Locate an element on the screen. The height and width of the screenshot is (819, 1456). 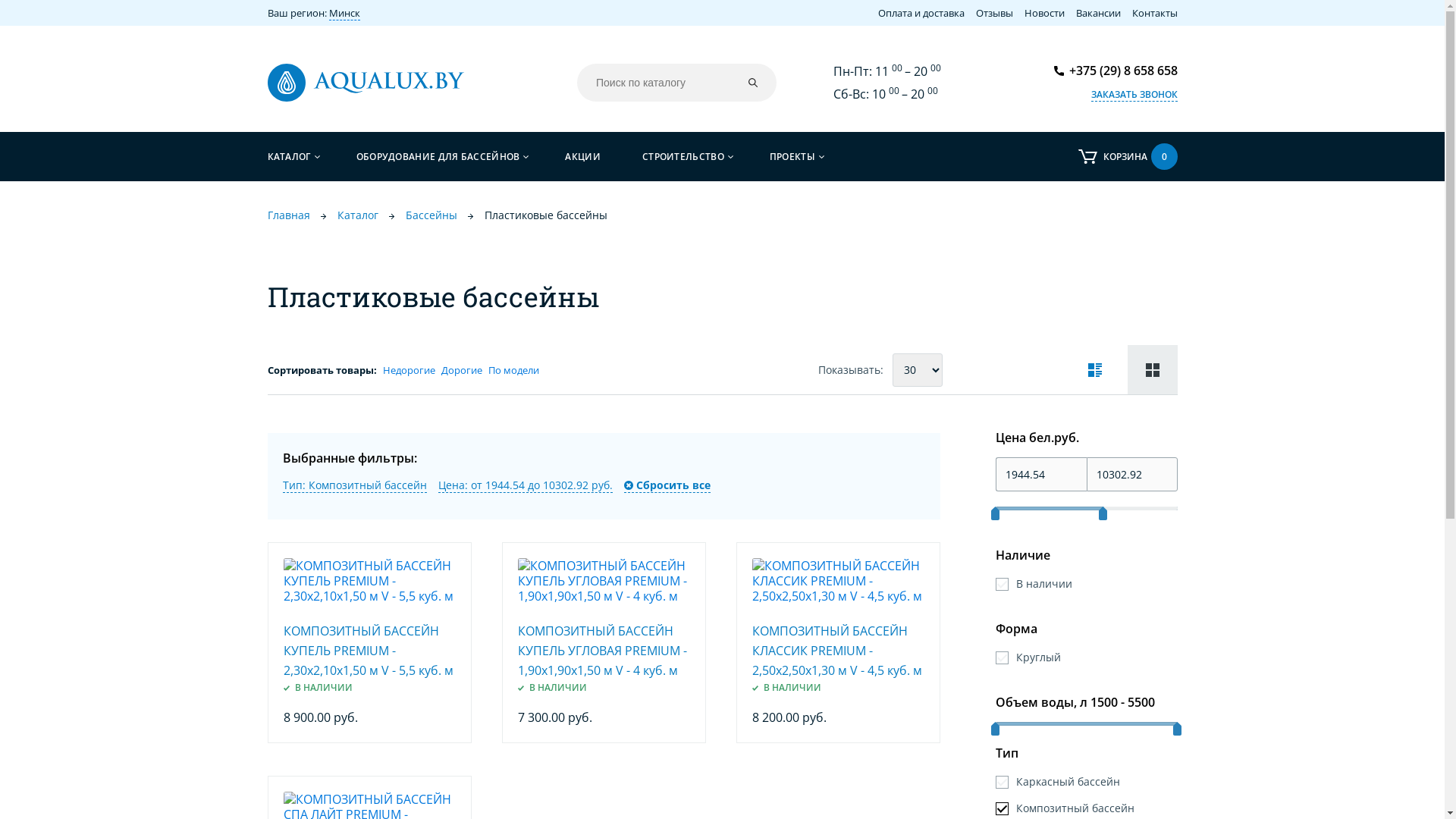
'+375 (29) 8 658 658' is located at coordinates (1116, 70).